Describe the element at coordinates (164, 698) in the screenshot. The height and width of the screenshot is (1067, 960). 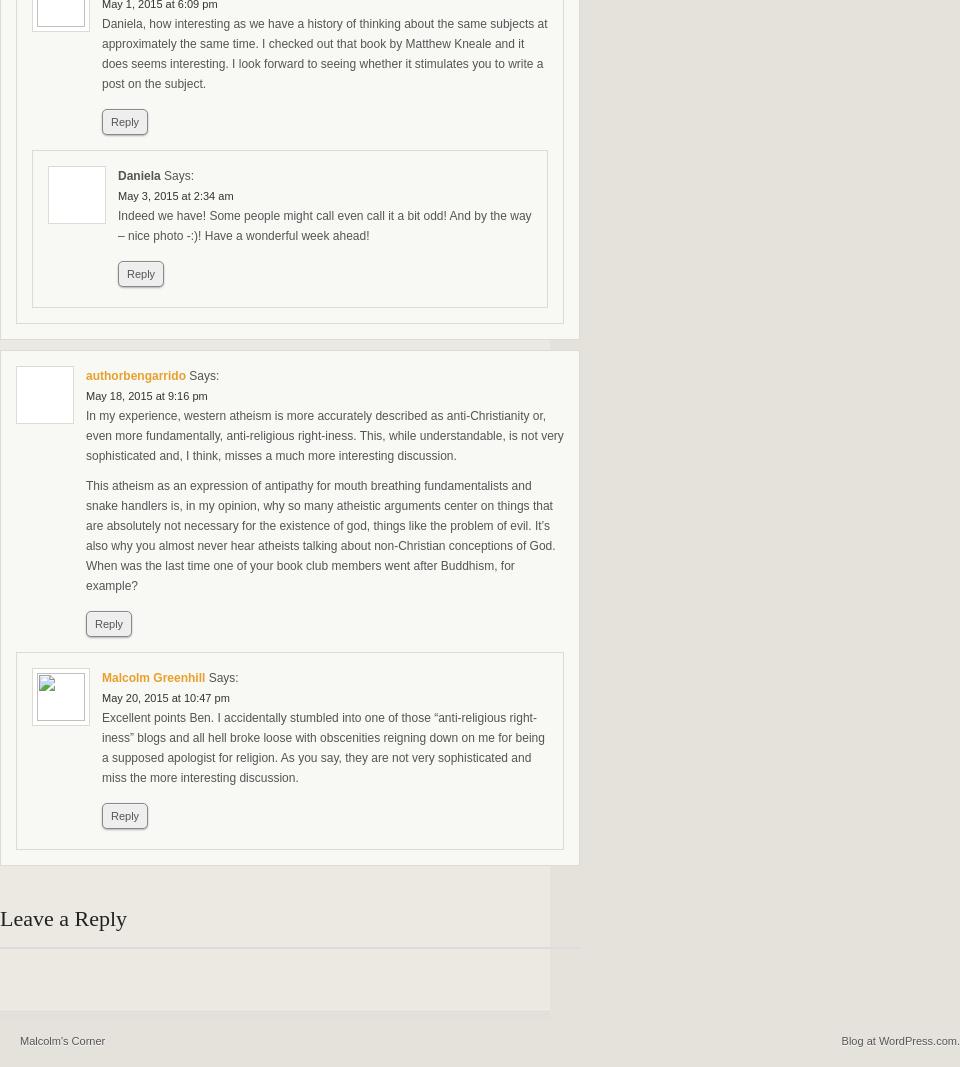
I see `'May 20, 2015 at 10:47 pm'` at that location.